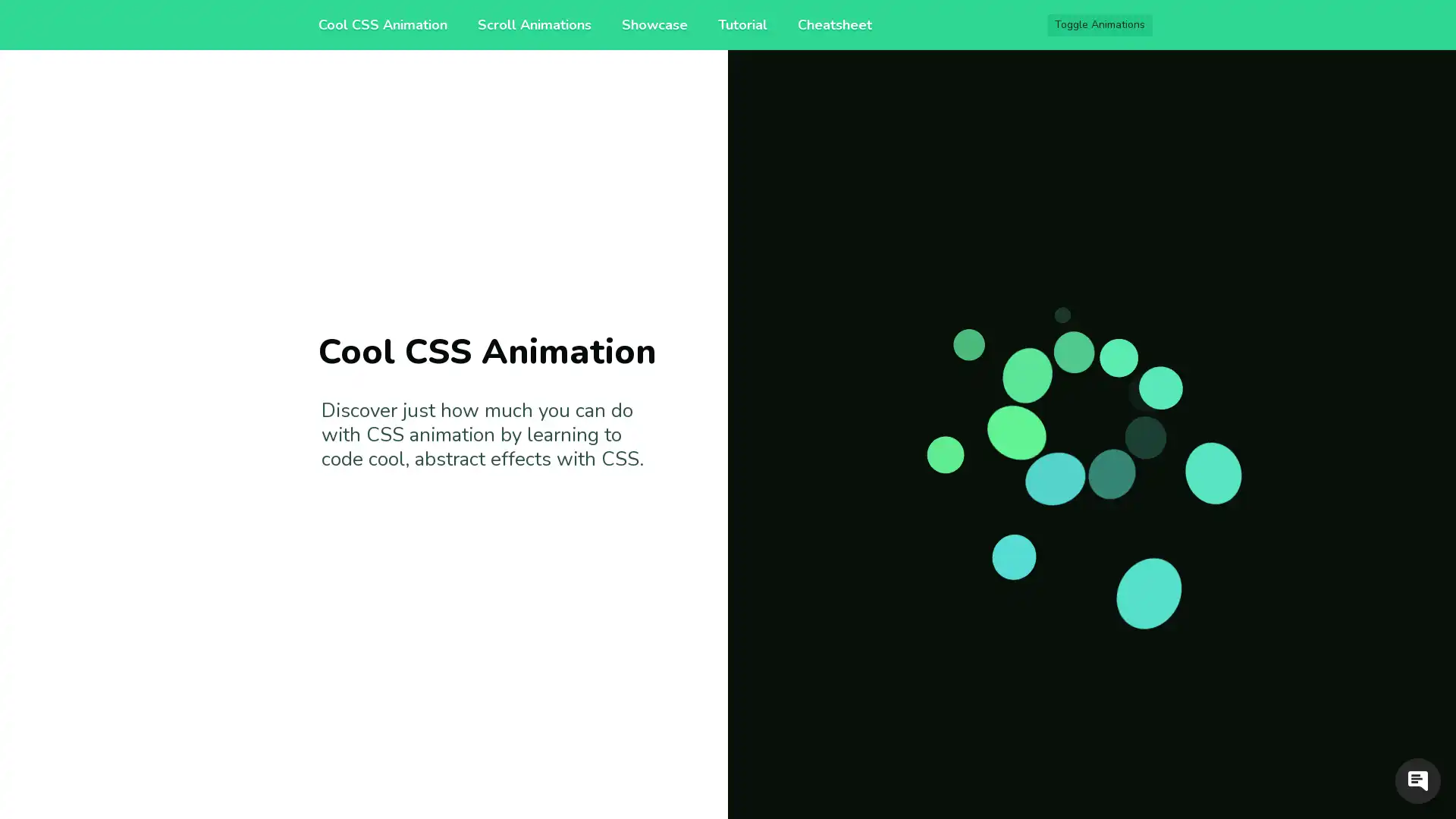 The image size is (1456, 819). What do you see at coordinates (1100, 25) in the screenshot?
I see `Toggle Animations` at bounding box center [1100, 25].